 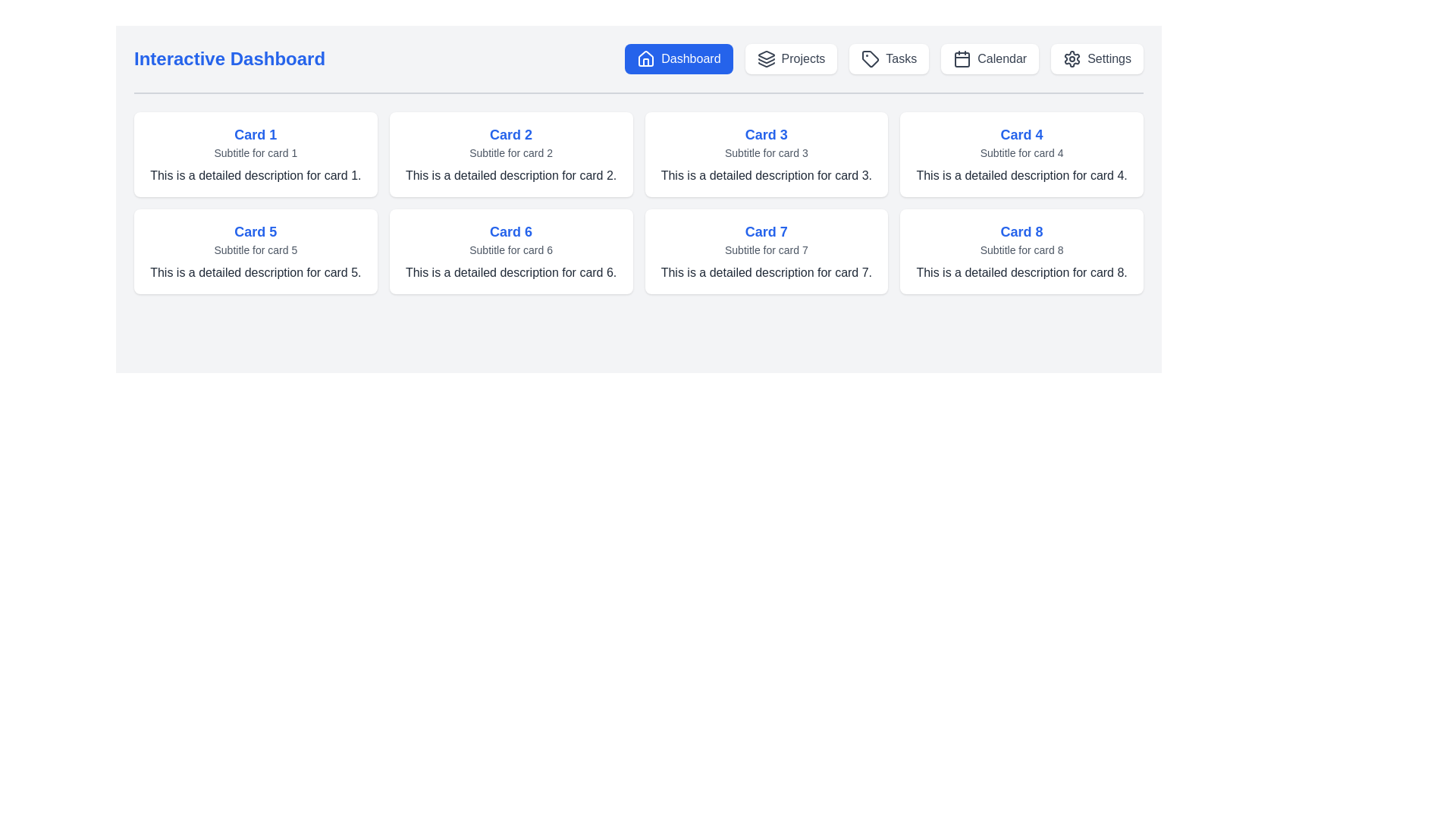 I want to click on the text label that serves as the title for 'Card 8', which is positioned in the first row, fourth column of the card grid layout, so click(x=1021, y=231).